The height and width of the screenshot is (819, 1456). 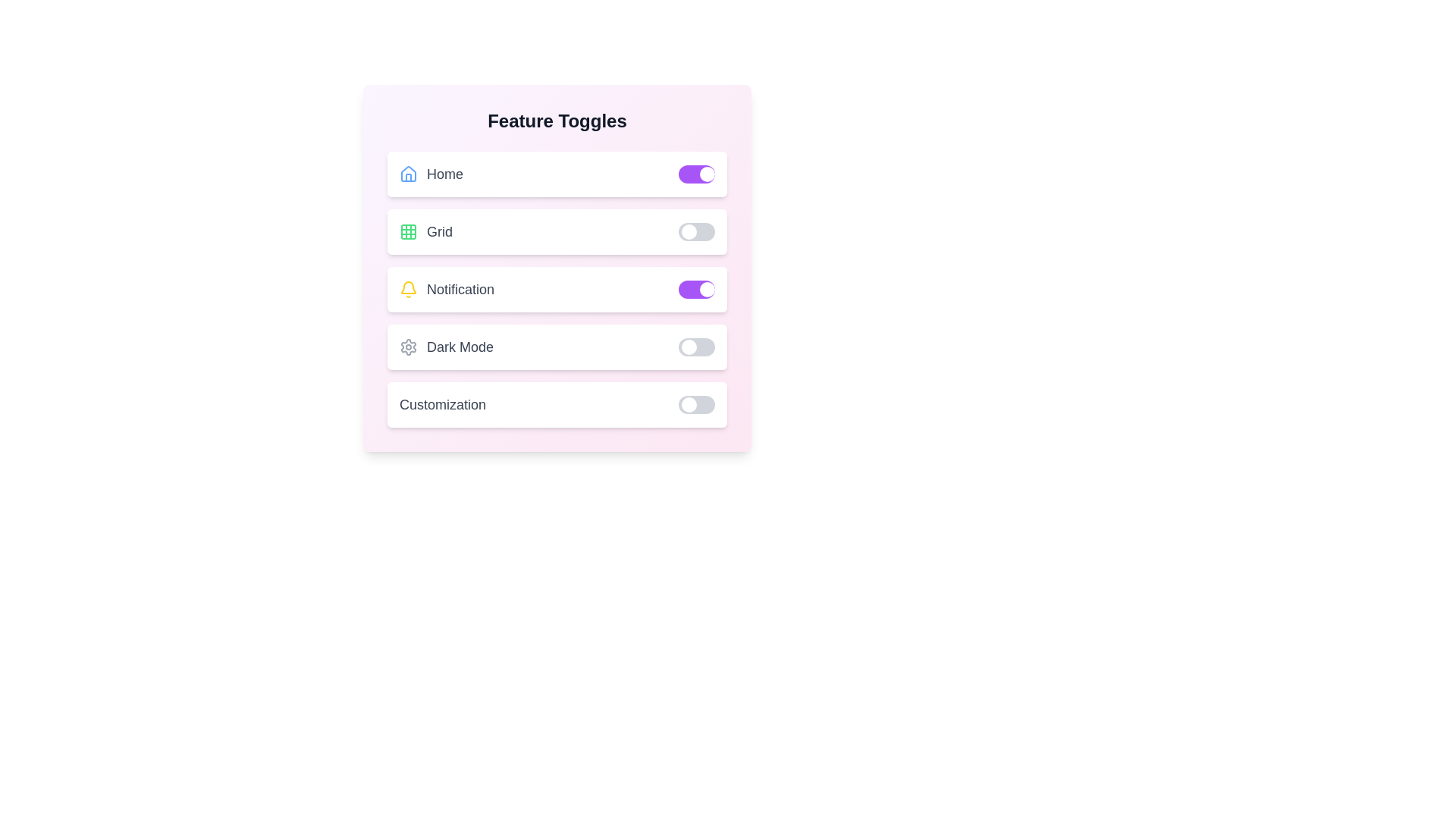 I want to click on the 'Dark Mode' text label, which indicates the toggle switch for the application's dark mode feature, positioned in the fourth row of the settings list, so click(x=460, y=347).